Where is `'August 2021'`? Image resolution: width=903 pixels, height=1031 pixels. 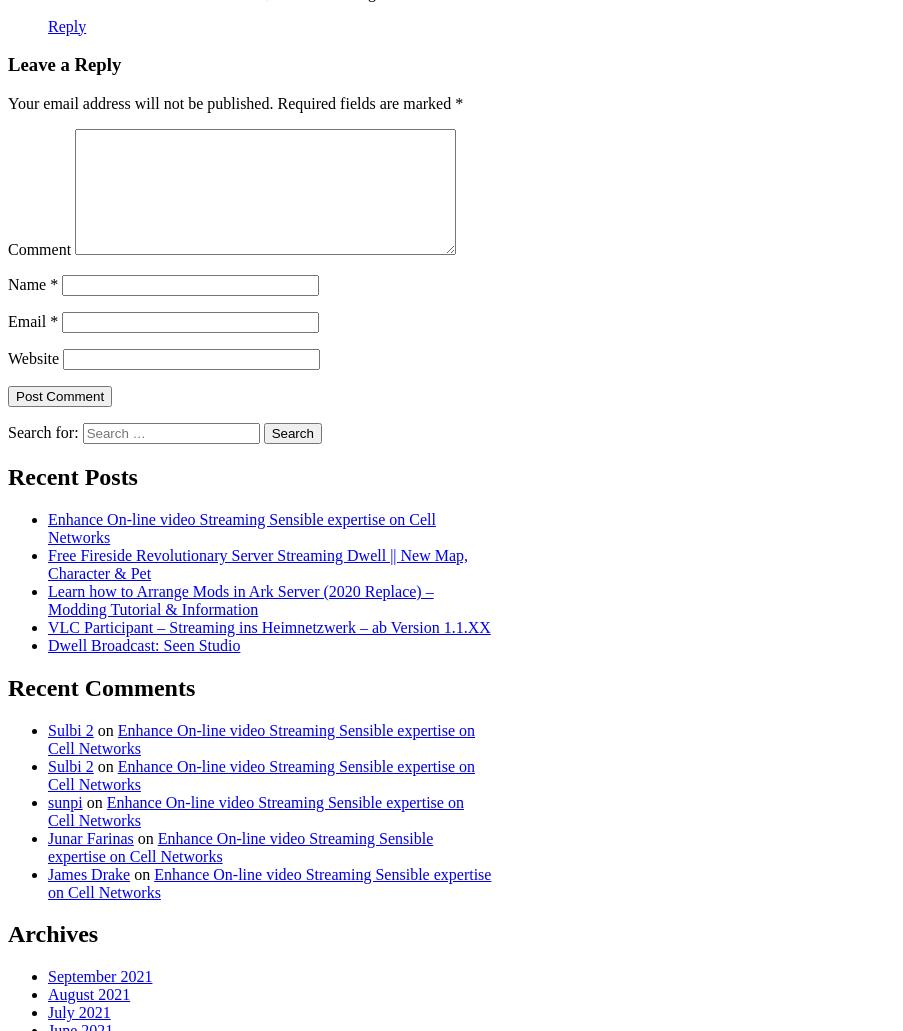
'August 2021' is located at coordinates (47, 993).